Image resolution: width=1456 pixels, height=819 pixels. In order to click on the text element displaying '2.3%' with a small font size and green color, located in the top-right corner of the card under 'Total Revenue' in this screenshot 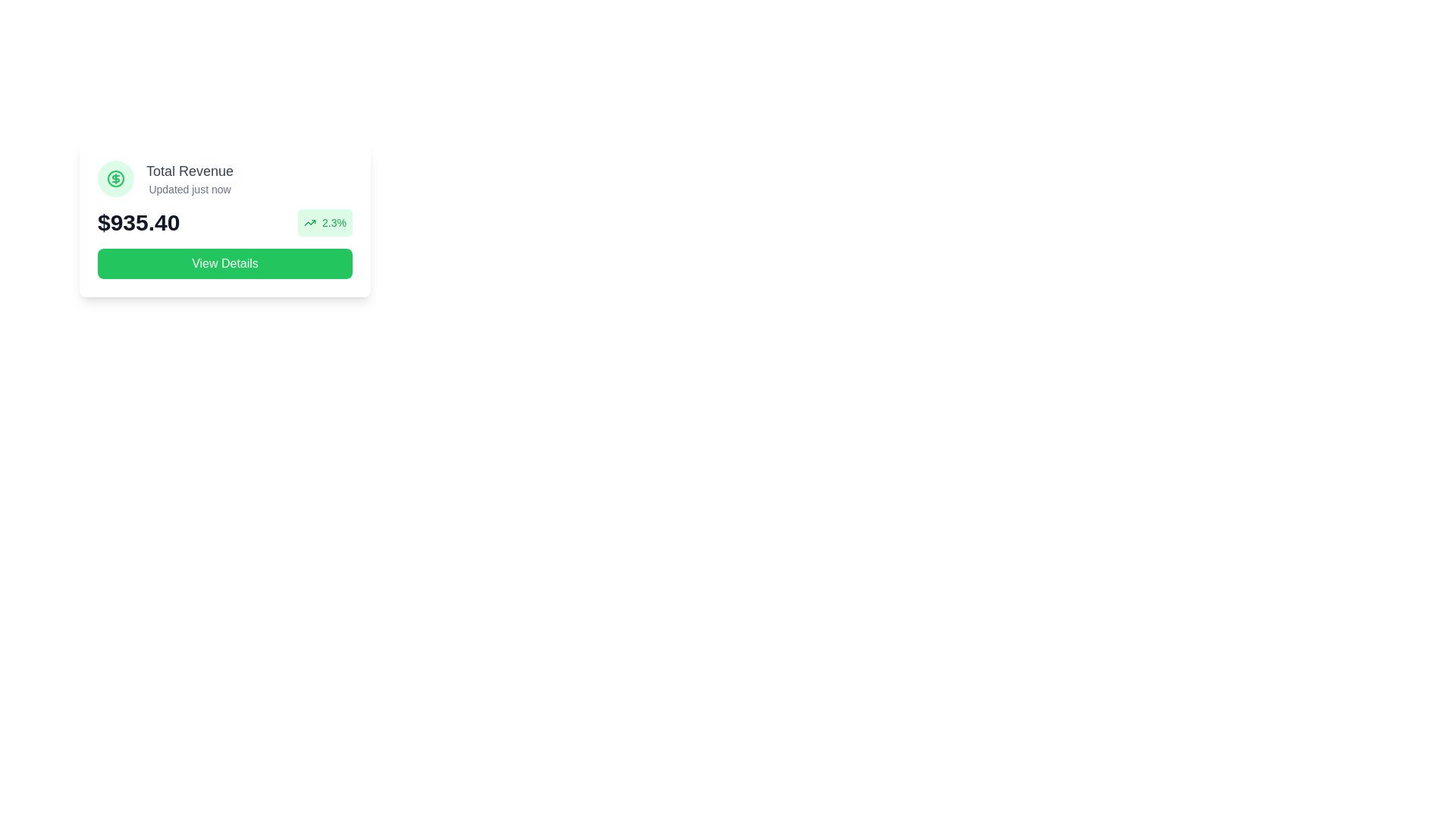, I will do `click(334, 222)`.